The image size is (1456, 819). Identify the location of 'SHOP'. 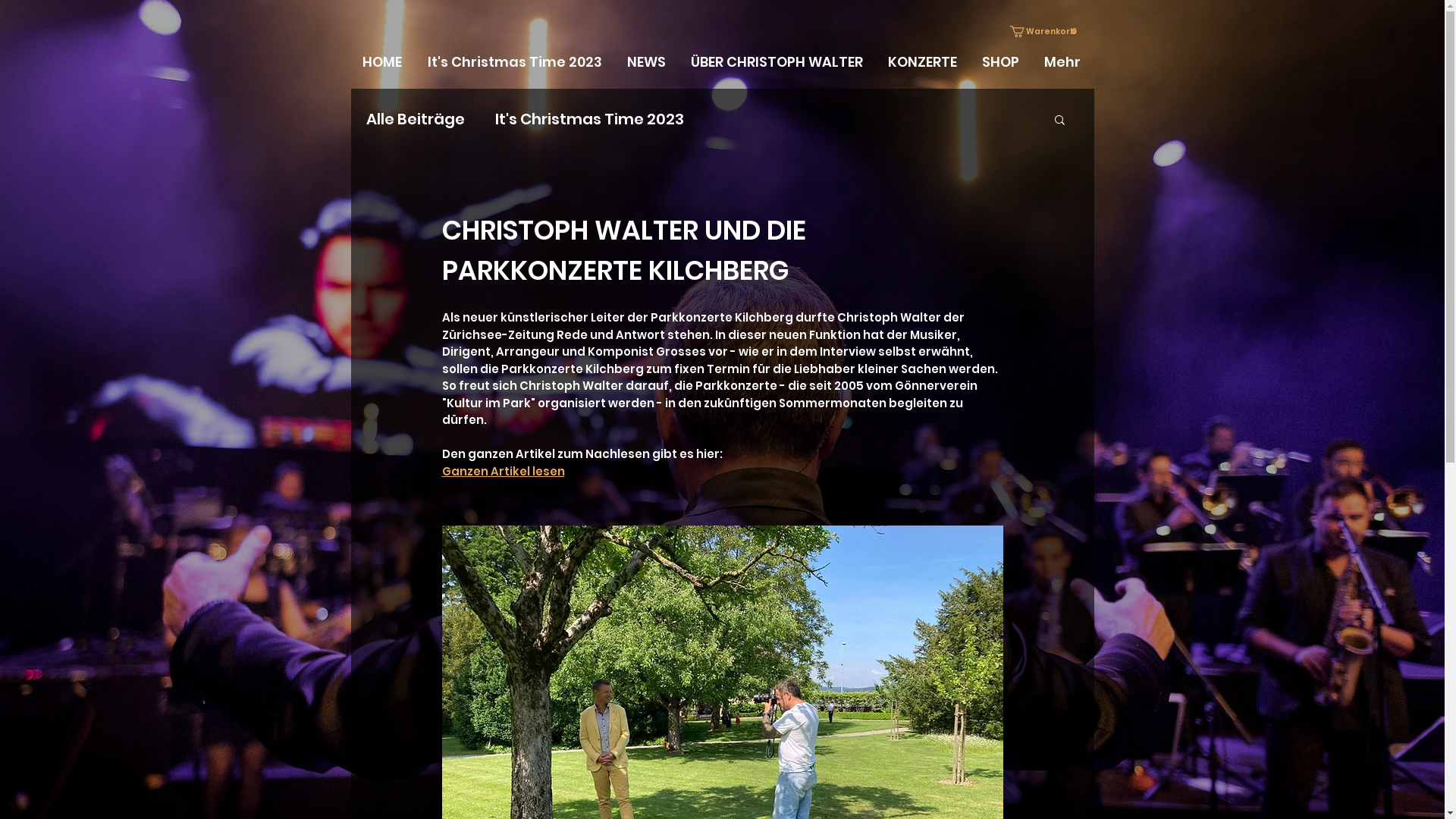
(1001, 61).